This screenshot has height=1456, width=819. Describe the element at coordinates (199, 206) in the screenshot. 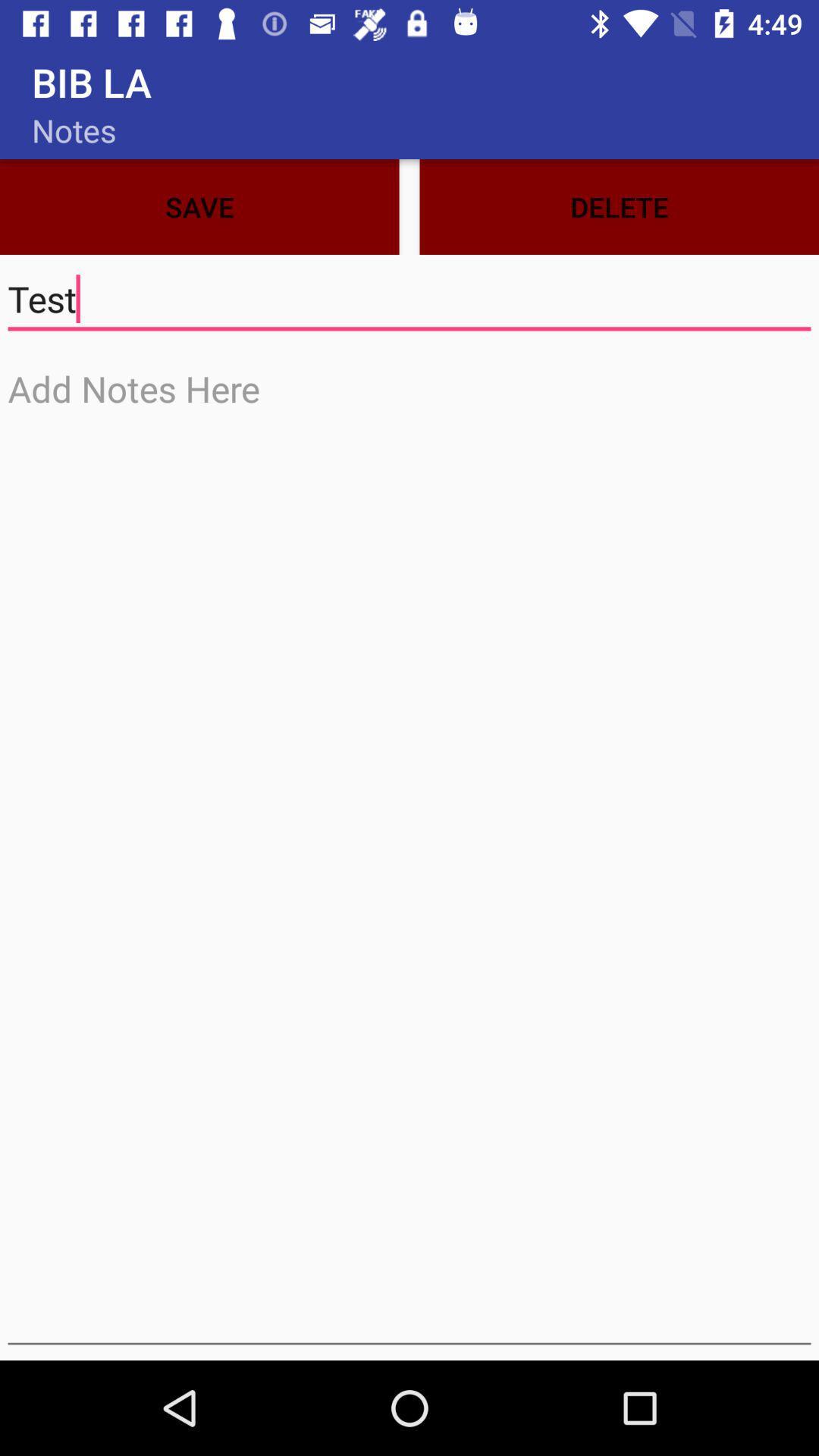

I see `the save` at that location.